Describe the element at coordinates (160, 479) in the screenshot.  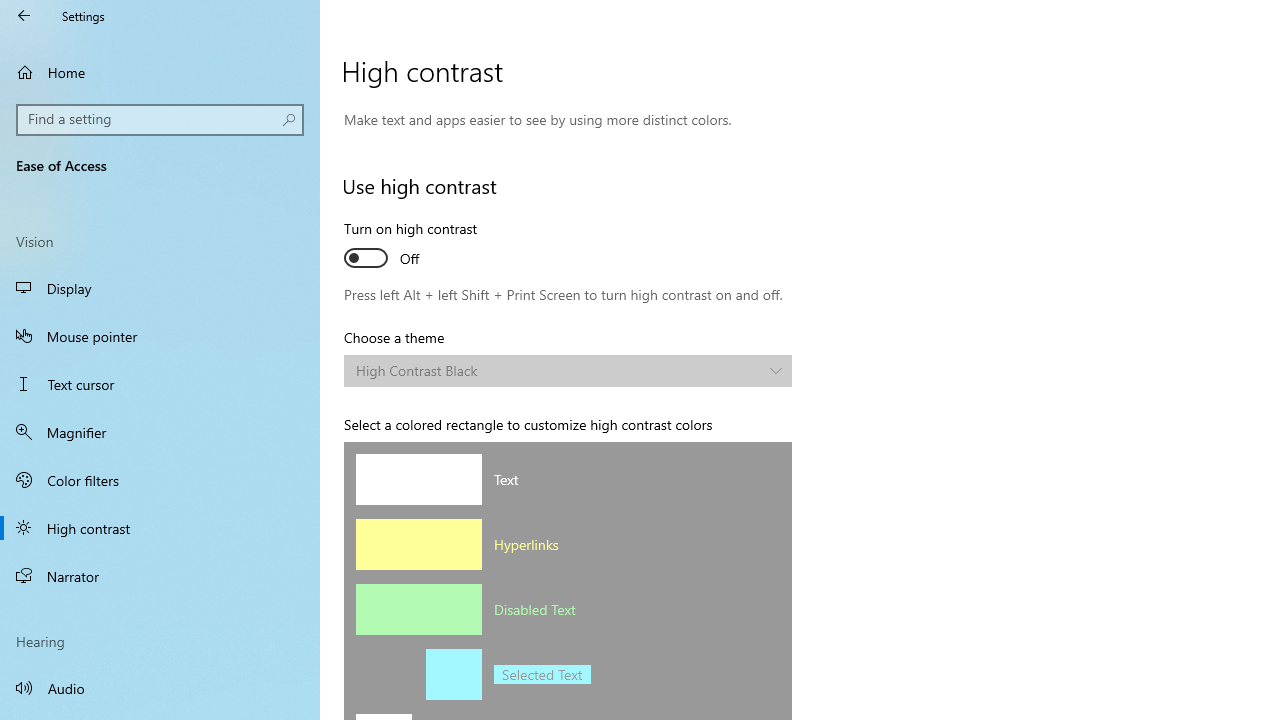
I see `'Color filters'` at that location.